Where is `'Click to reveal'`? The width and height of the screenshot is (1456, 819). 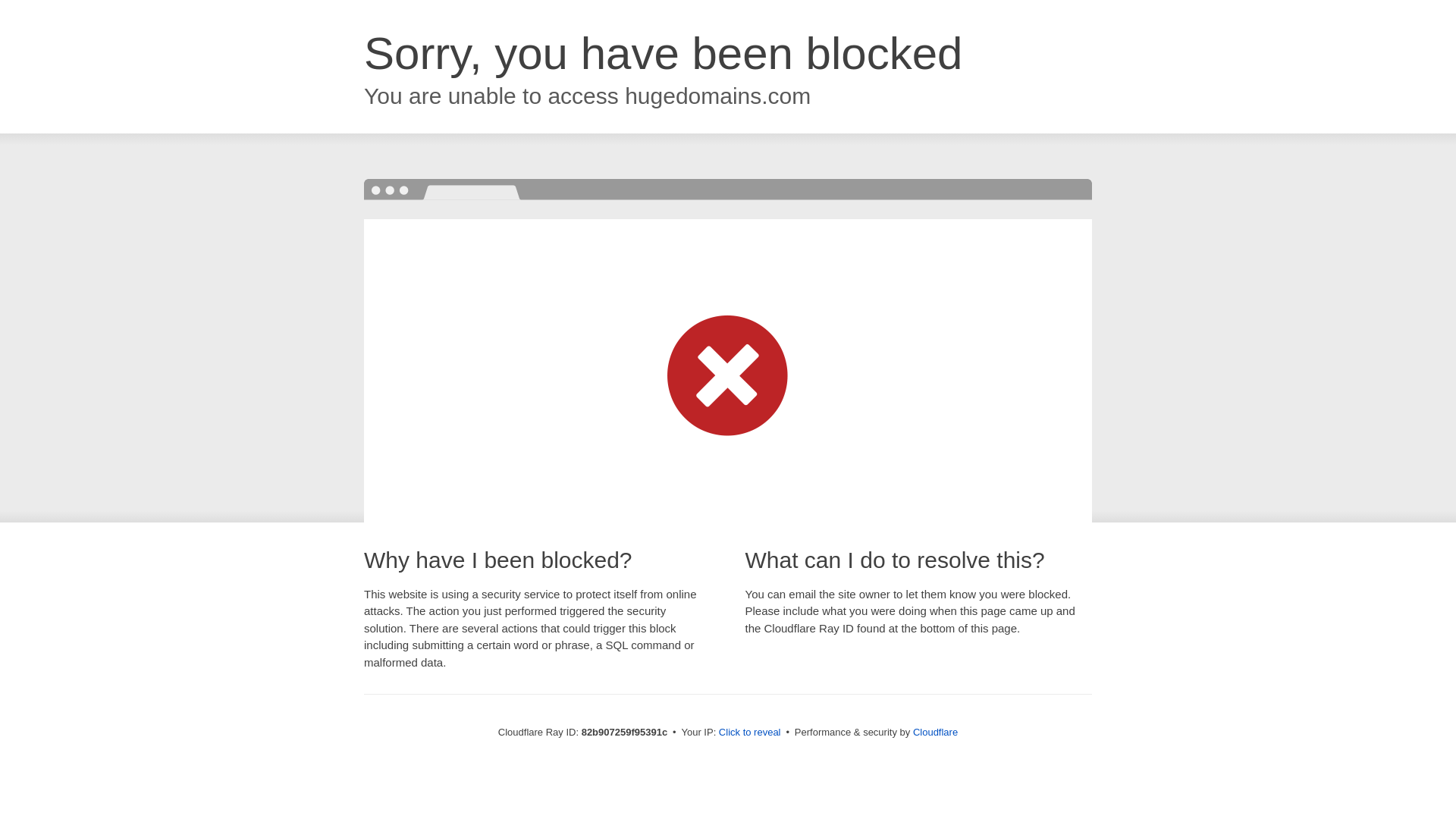
'Click to reveal' is located at coordinates (749, 731).